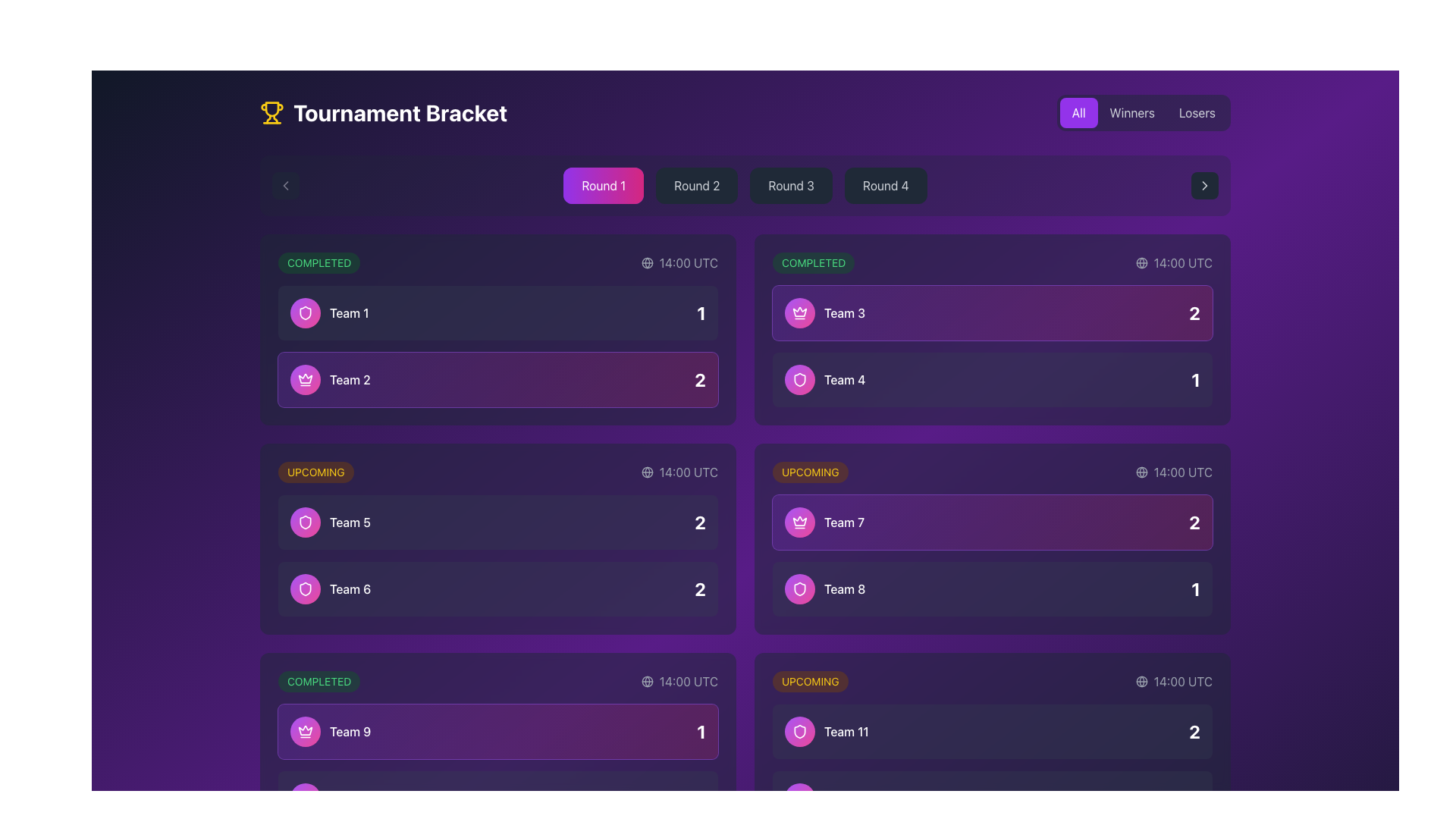  I want to click on the score display element representing one of the teams in a competitive match, located at the far-right side of the card next to the numeral '1', so click(1194, 522).